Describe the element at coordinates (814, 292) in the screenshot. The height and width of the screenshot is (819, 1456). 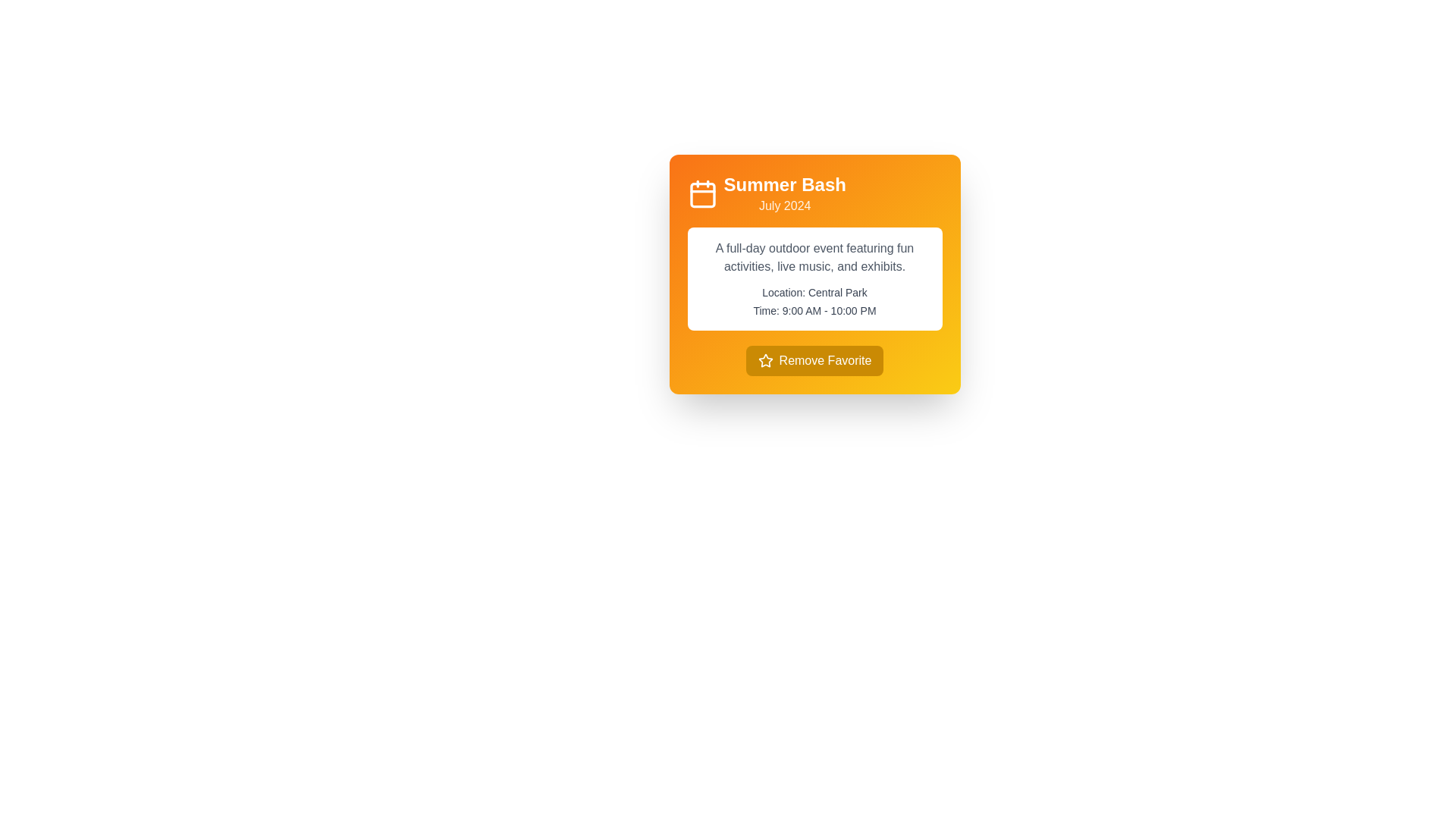
I see `information displayed in the text label that reads 'Location: Central Park', which is styled in a clean, sans-serif font and is located above the text 'Time: 9:00 AM - 10:00 PM'` at that location.